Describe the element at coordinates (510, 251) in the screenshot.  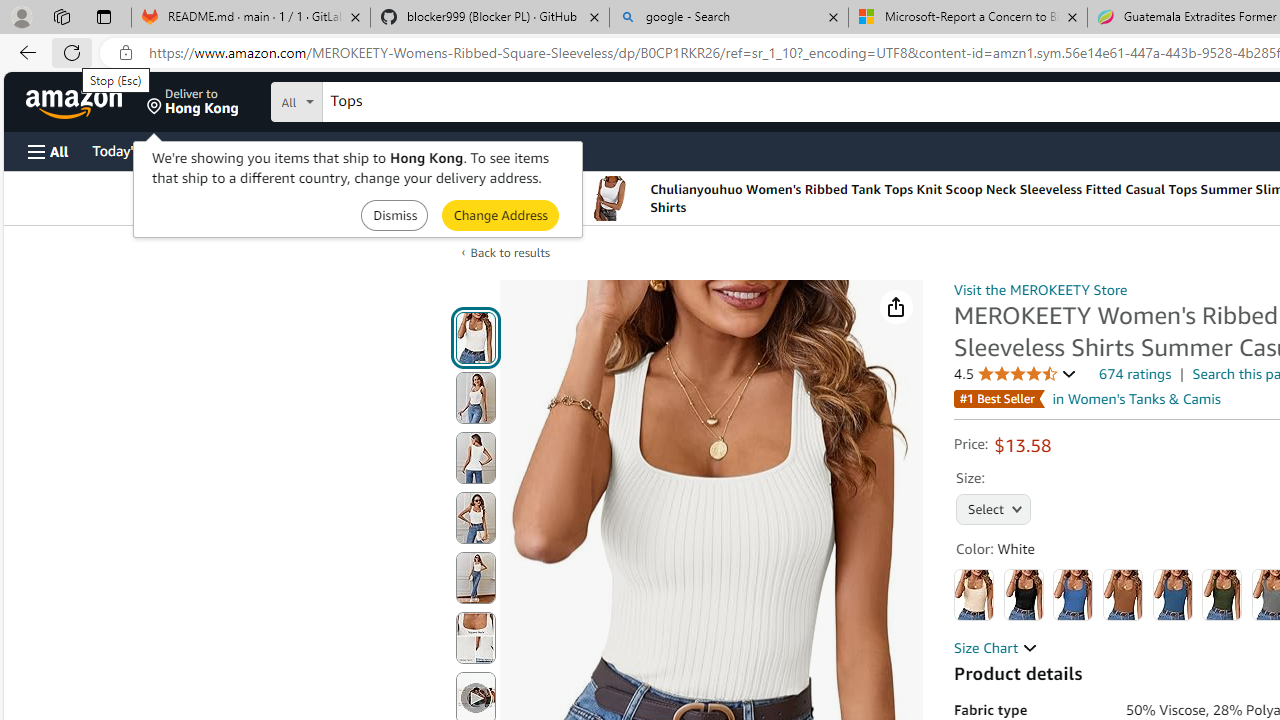
I see `'Back to results'` at that location.